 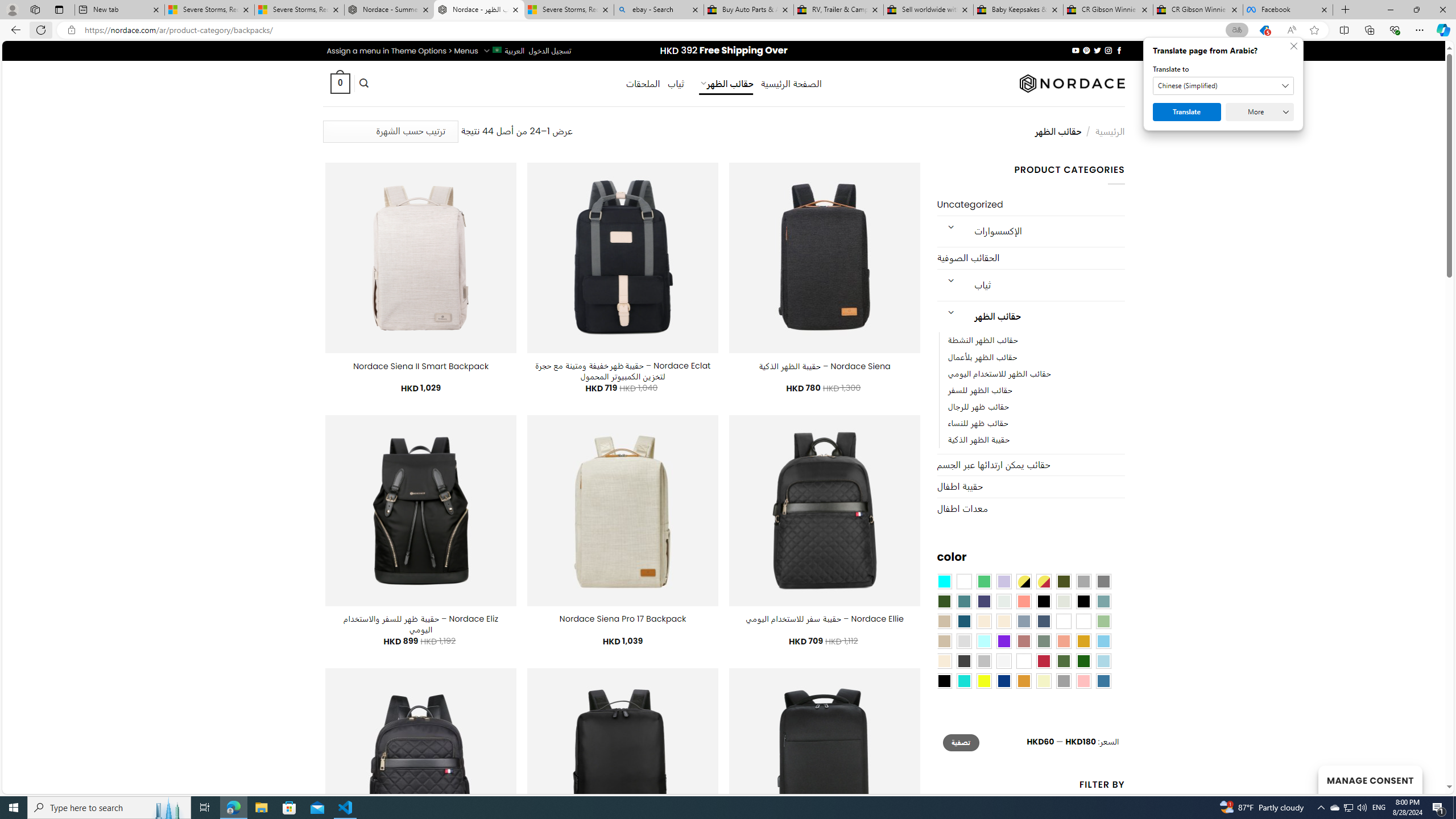 I want to click on 'Yellow-Black', so click(x=1023, y=581).